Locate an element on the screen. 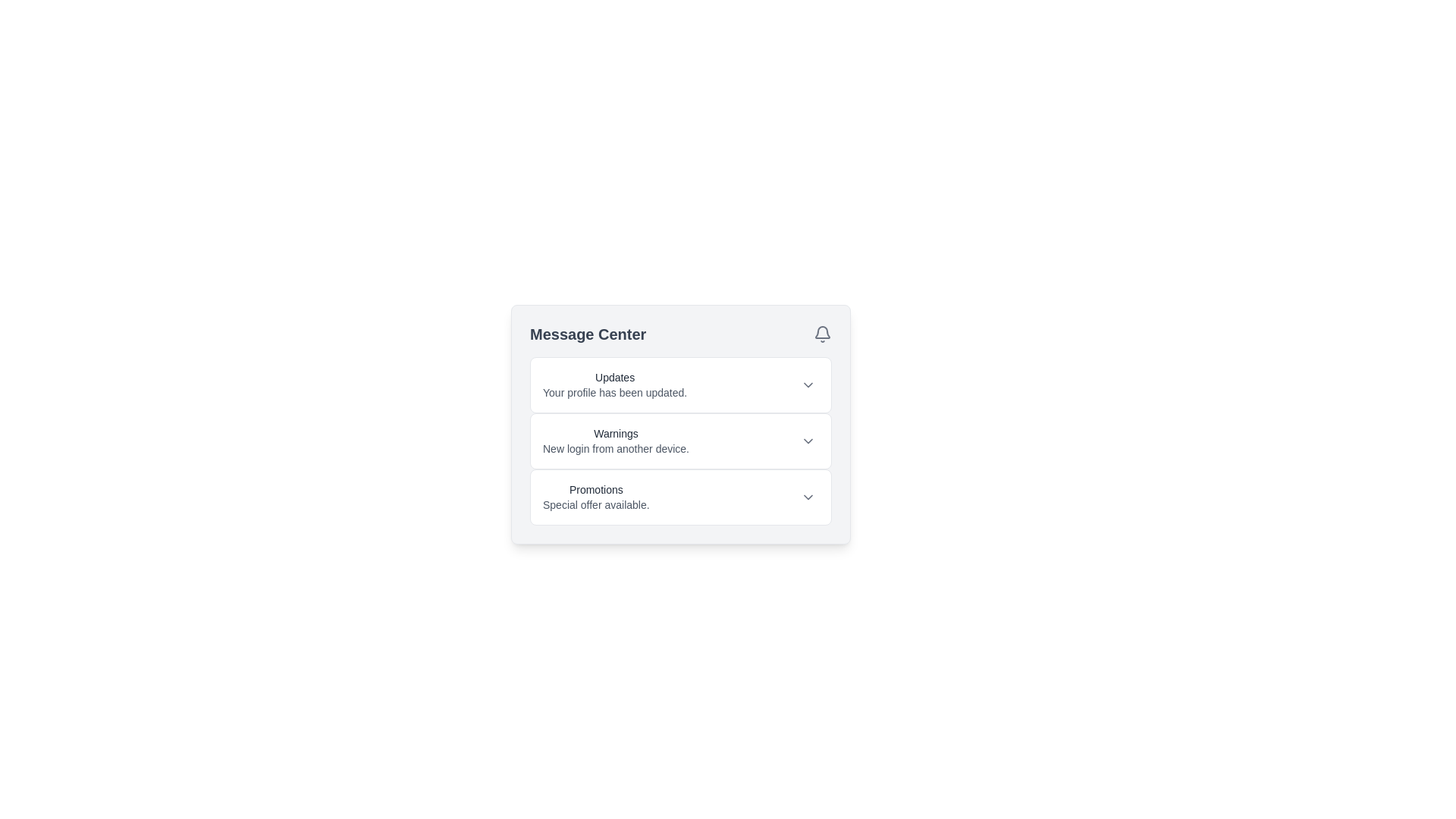 The width and height of the screenshot is (1456, 819). the toggle button icon located at the far-right side of the 'Promotions' section is located at coordinates (807, 497).